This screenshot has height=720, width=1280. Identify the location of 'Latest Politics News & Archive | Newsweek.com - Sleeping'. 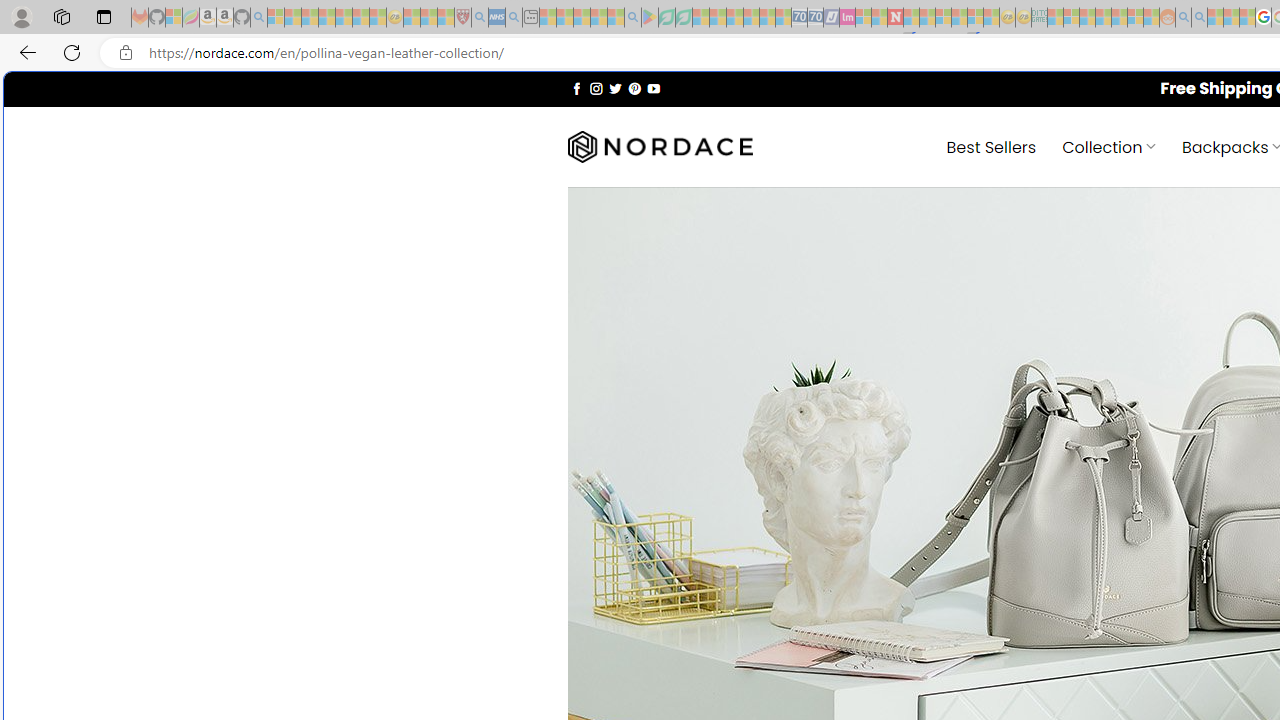
(894, 17).